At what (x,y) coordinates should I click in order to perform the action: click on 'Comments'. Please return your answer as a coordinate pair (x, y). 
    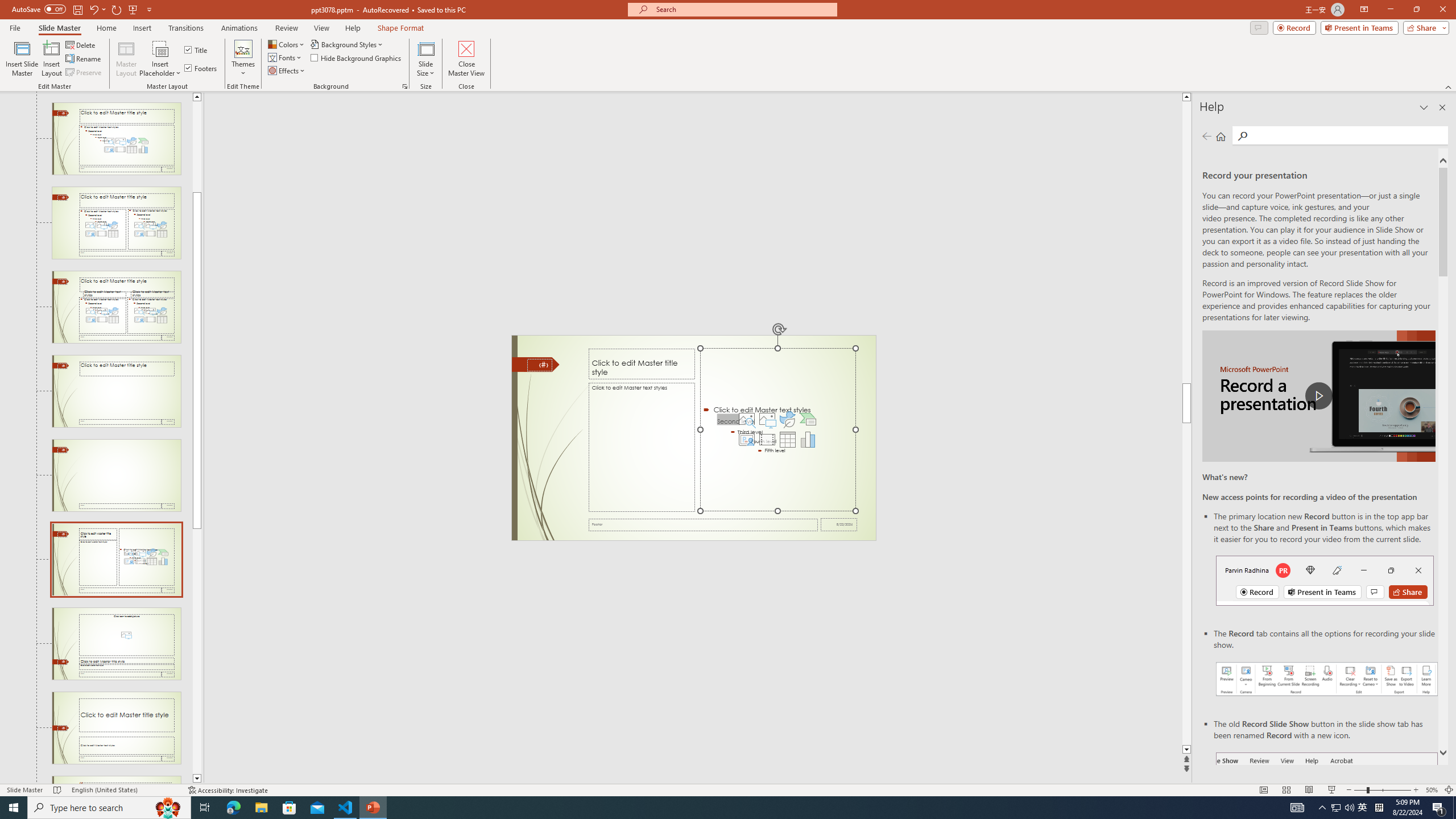
    Looking at the image, I should click on (1259, 27).